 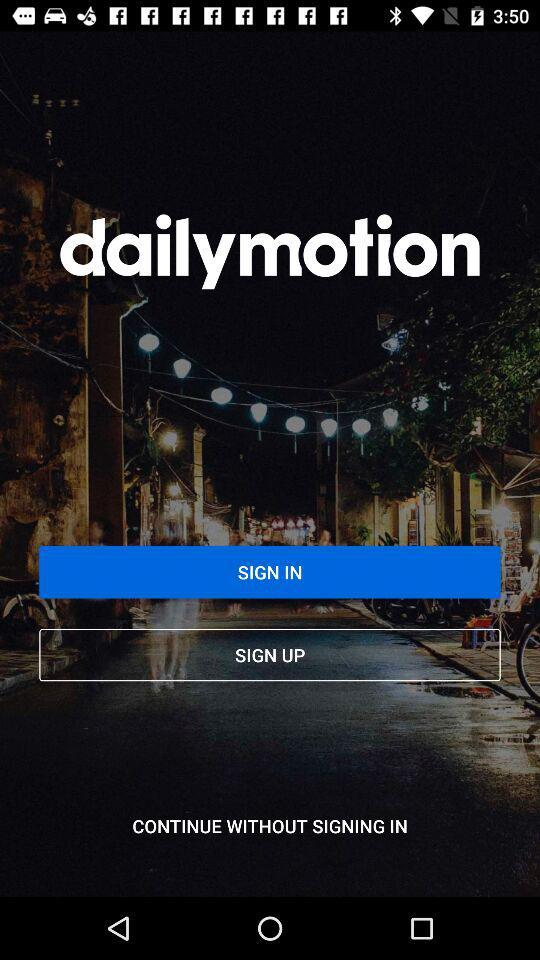 I want to click on the icon above the sign up item, so click(x=270, y=572).